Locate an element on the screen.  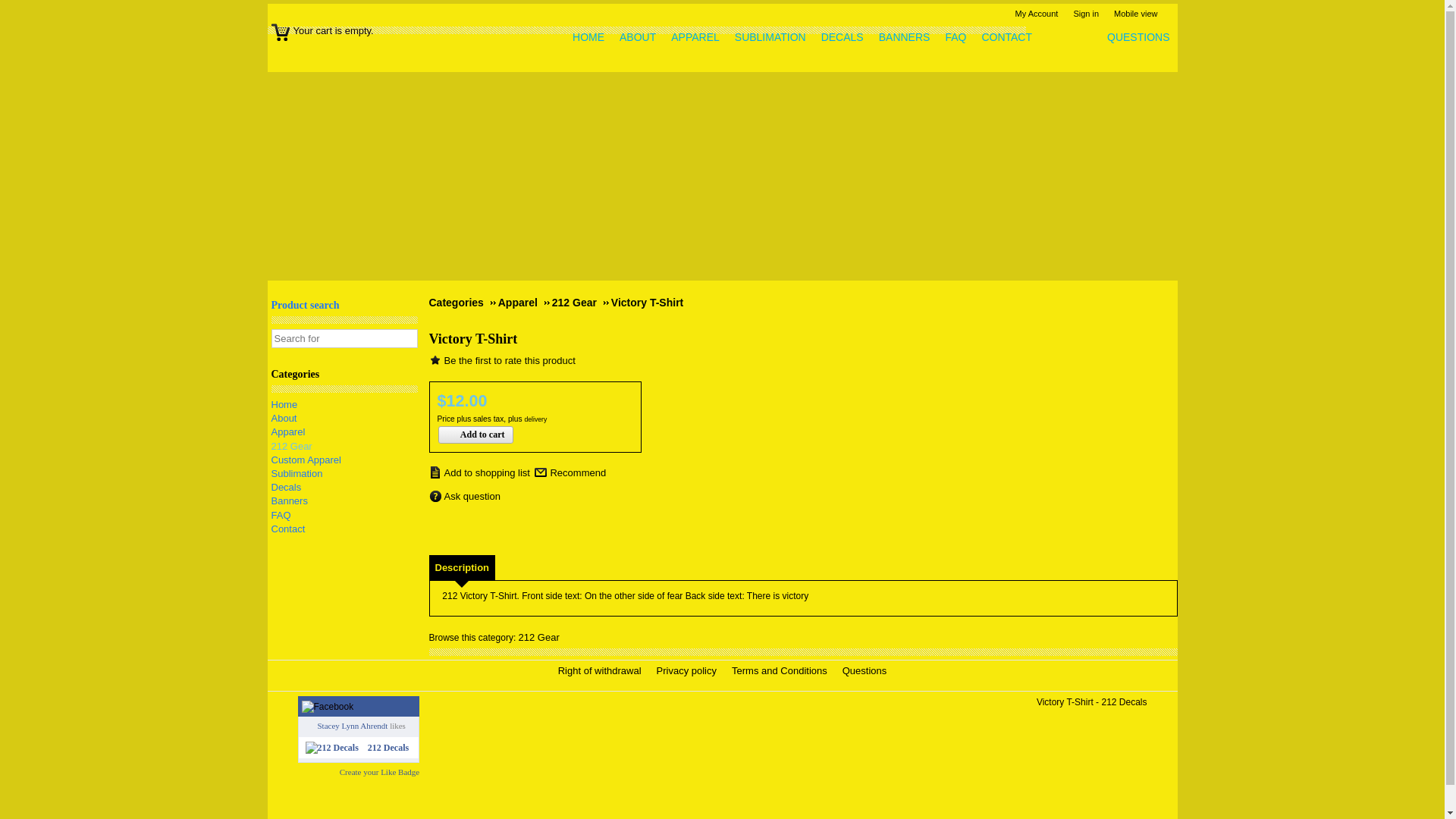
'Add to shopping list' is located at coordinates (479, 472).